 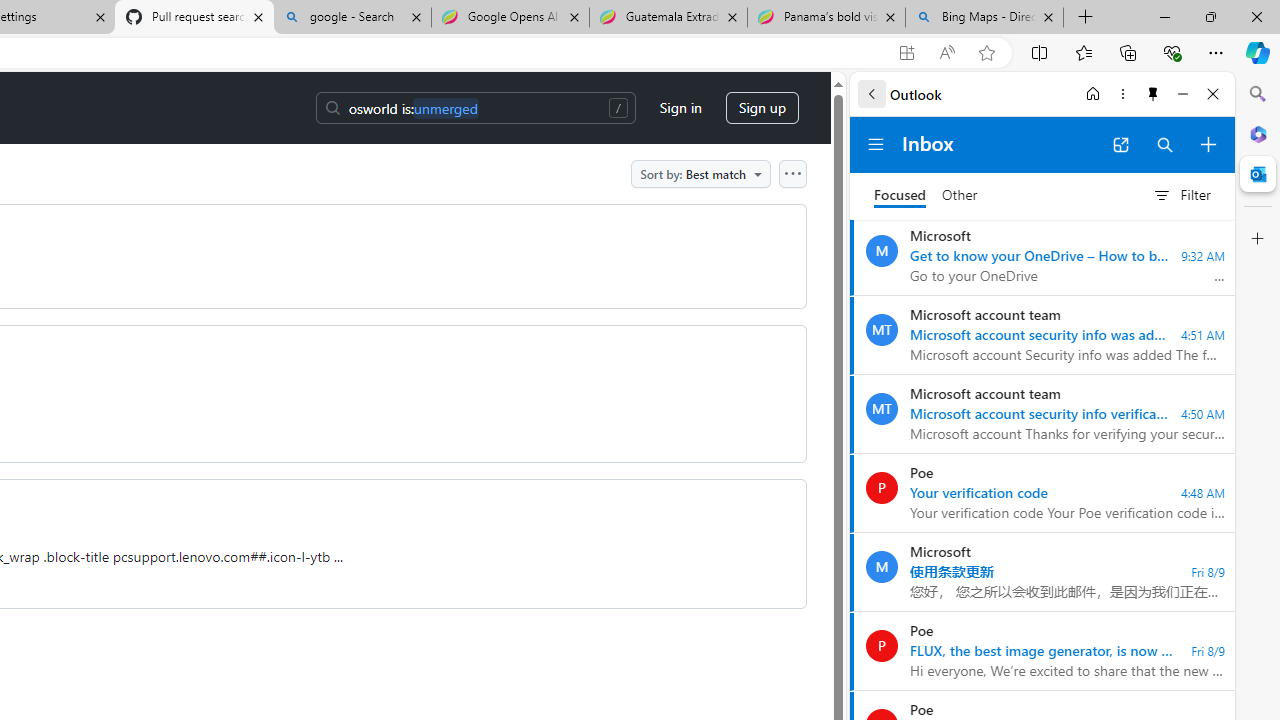 I want to click on 'Focused', so click(x=899, y=195).